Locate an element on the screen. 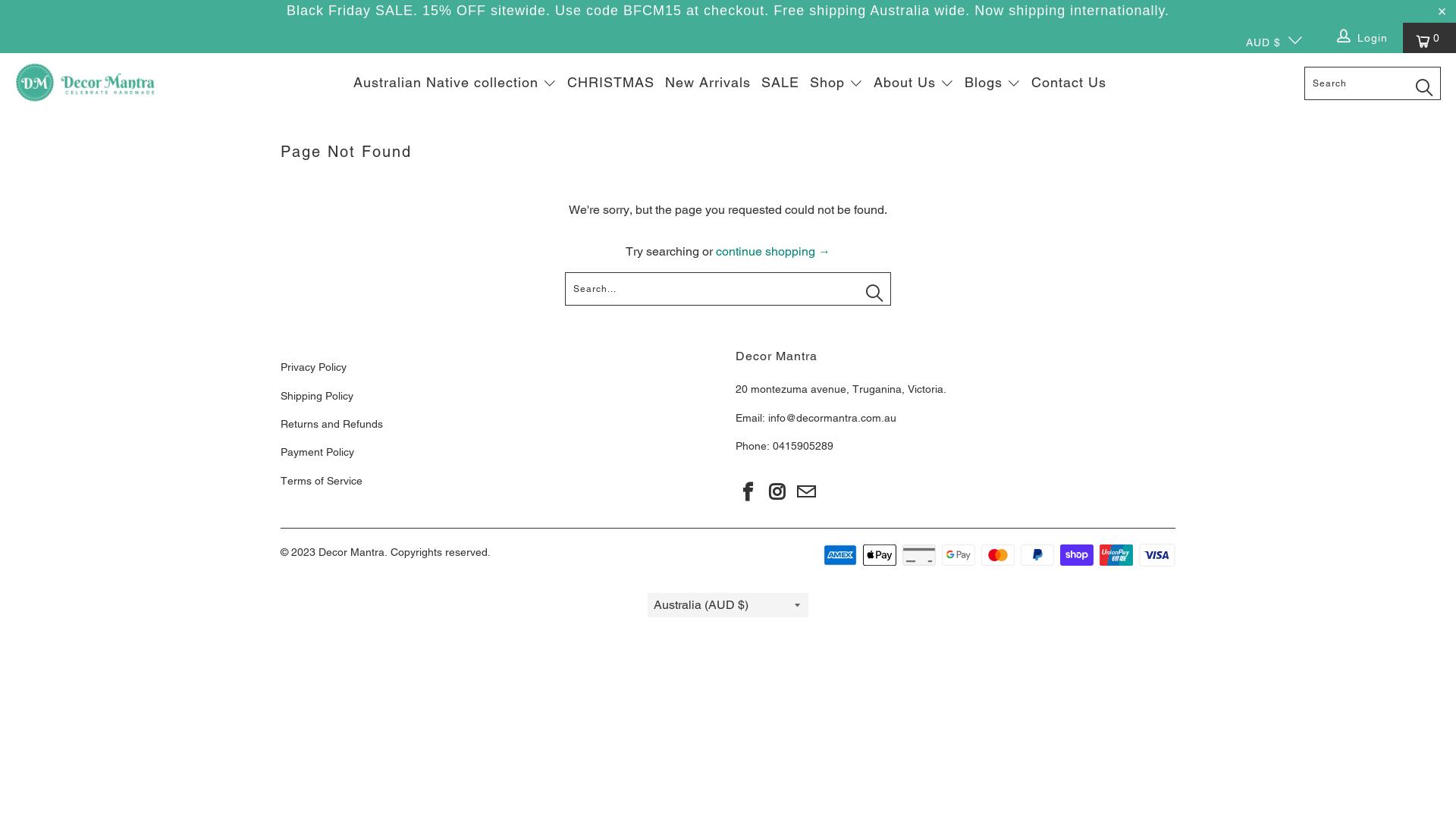 The height and width of the screenshot is (819, 1456). 'Australian Native collection' is located at coordinates (454, 84).